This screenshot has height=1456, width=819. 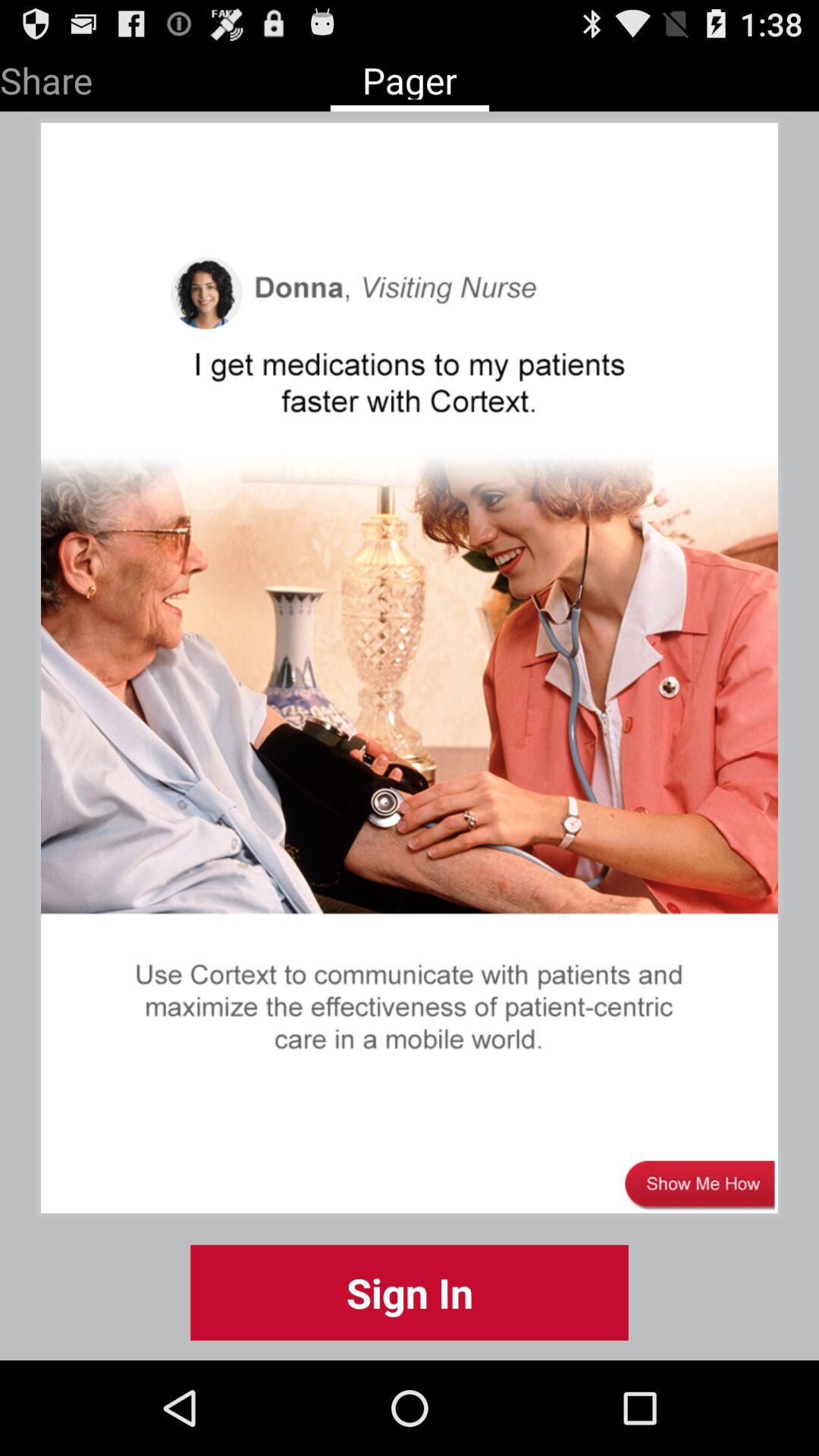 What do you see at coordinates (409, 1291) in the screenshot?
I see `sign in at the bottom` at bounding box center [409, 1291].